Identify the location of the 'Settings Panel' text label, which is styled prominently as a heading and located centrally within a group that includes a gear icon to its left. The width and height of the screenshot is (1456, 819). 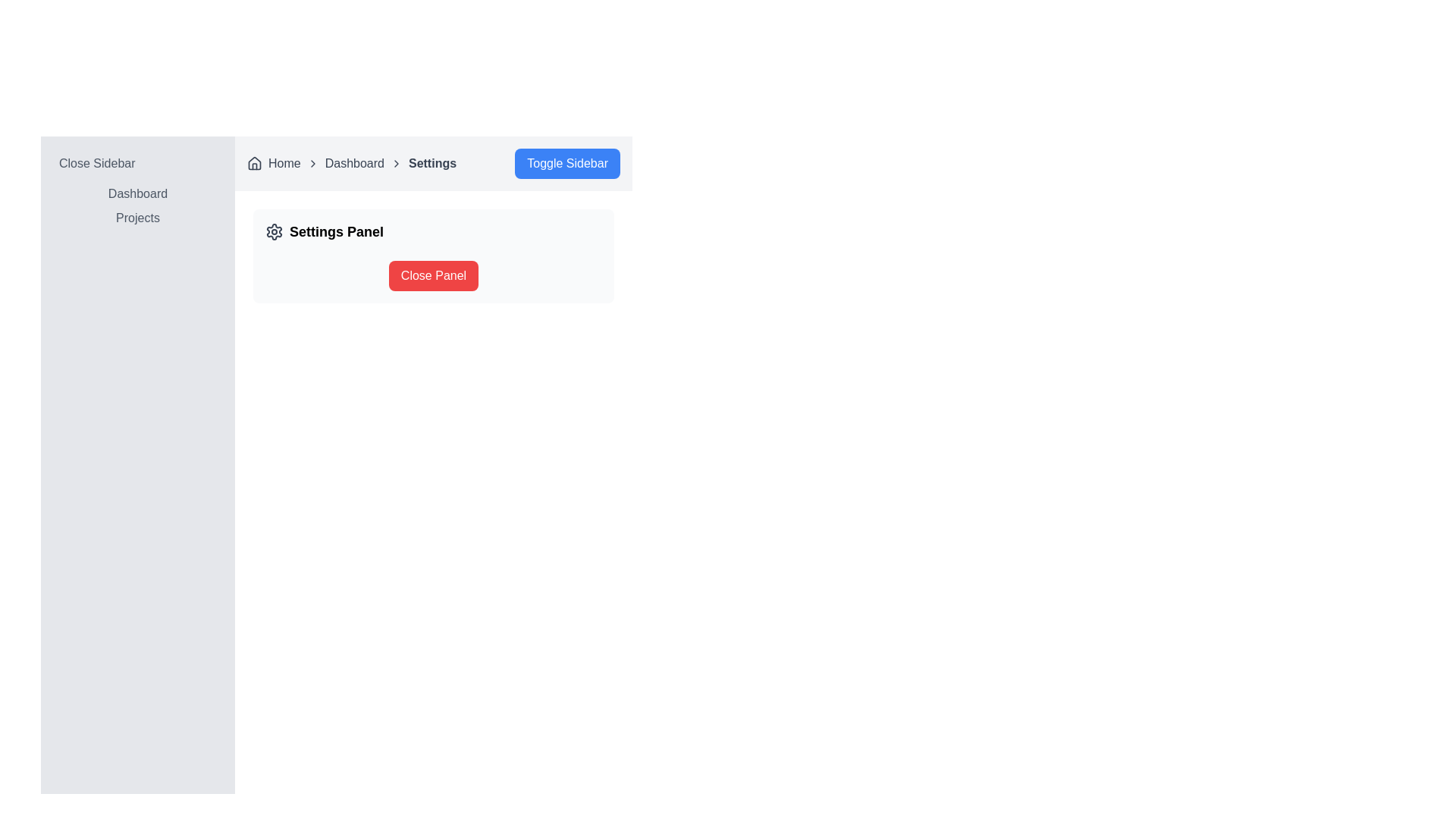
(336, 231).